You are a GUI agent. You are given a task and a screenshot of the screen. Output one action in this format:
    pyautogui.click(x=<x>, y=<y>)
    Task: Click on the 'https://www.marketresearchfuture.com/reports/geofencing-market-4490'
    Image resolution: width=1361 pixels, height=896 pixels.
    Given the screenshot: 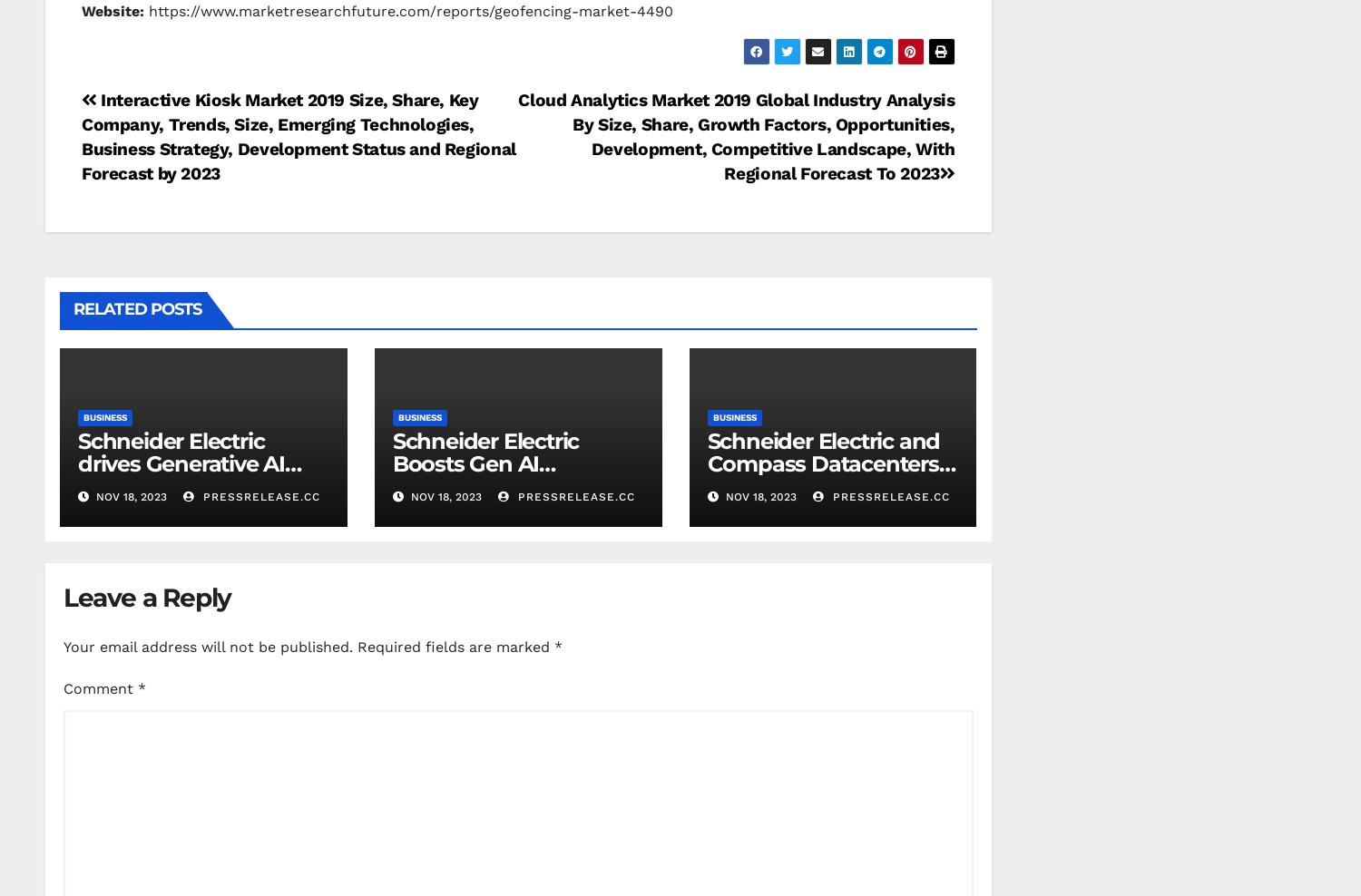 What is the action you would take?
    pyautogui.click(x=407, y=9)
    